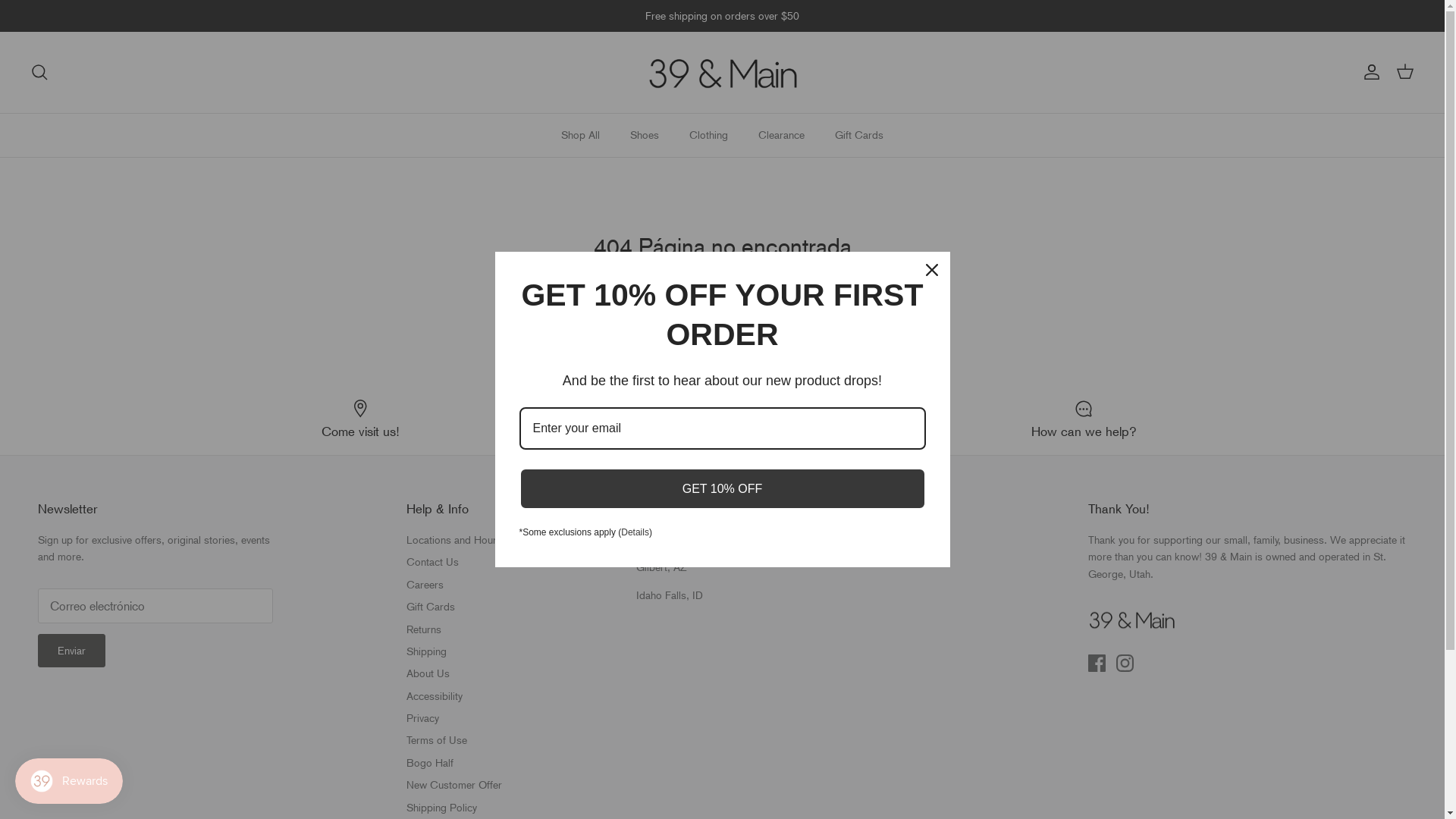 The width and height of the screenshot is (1456, 819). I want to click on 'Clearance', so click(745, 134).